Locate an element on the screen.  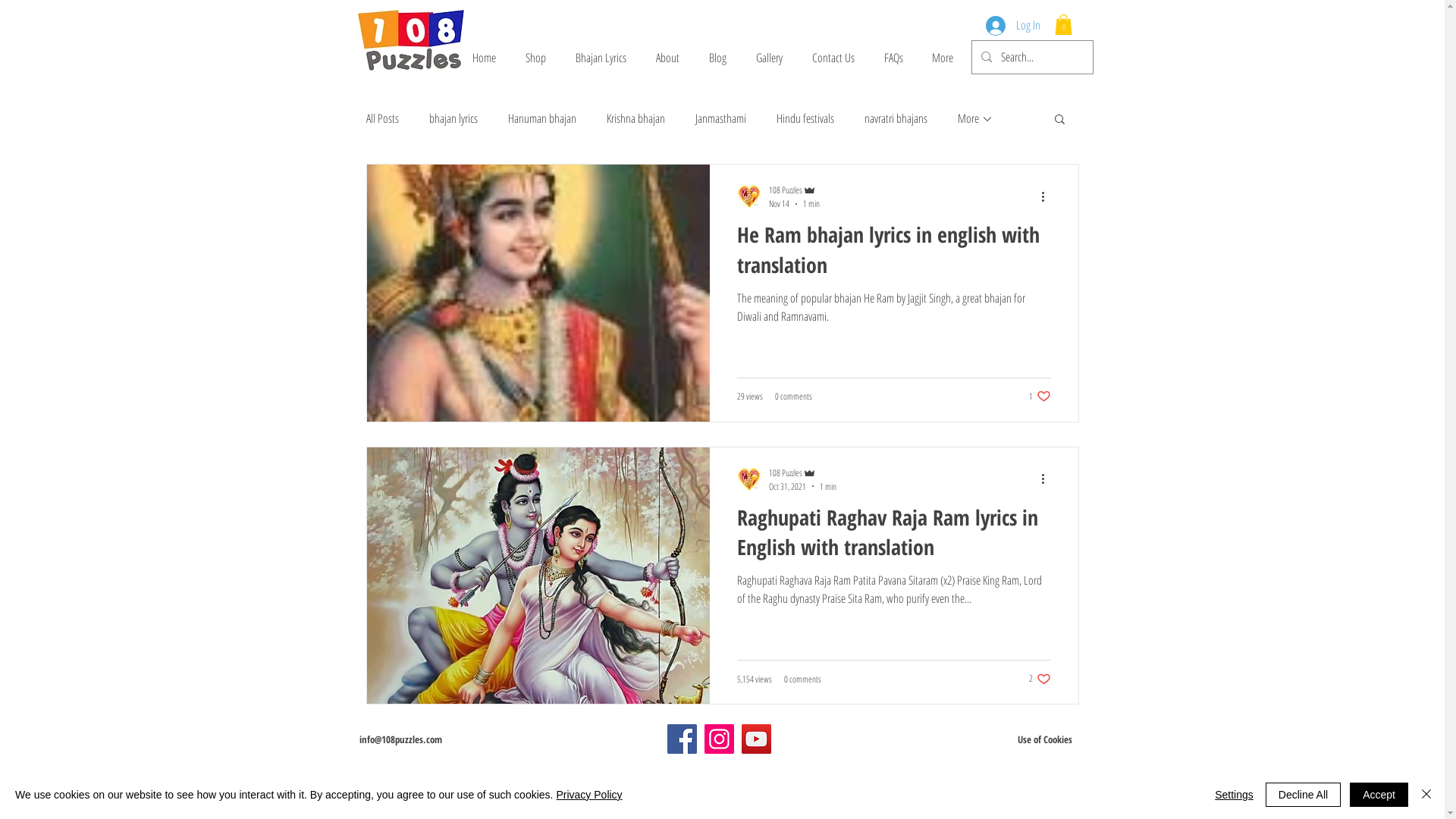
'Decline All' is located at coordinates (1302, 794).